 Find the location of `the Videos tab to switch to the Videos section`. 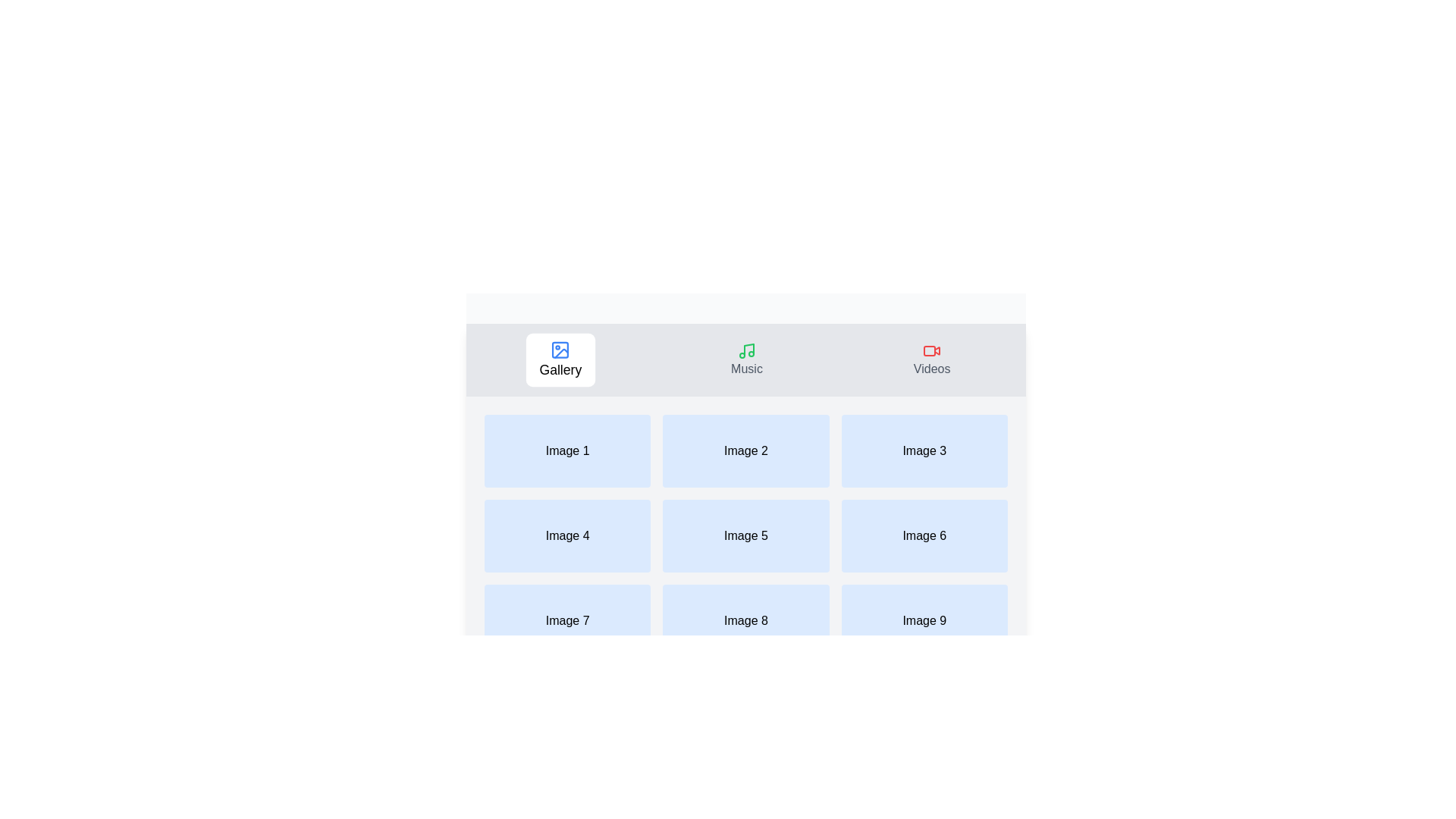

the Videos tab to switch to the Videos section is located at coordinates (930, 359).